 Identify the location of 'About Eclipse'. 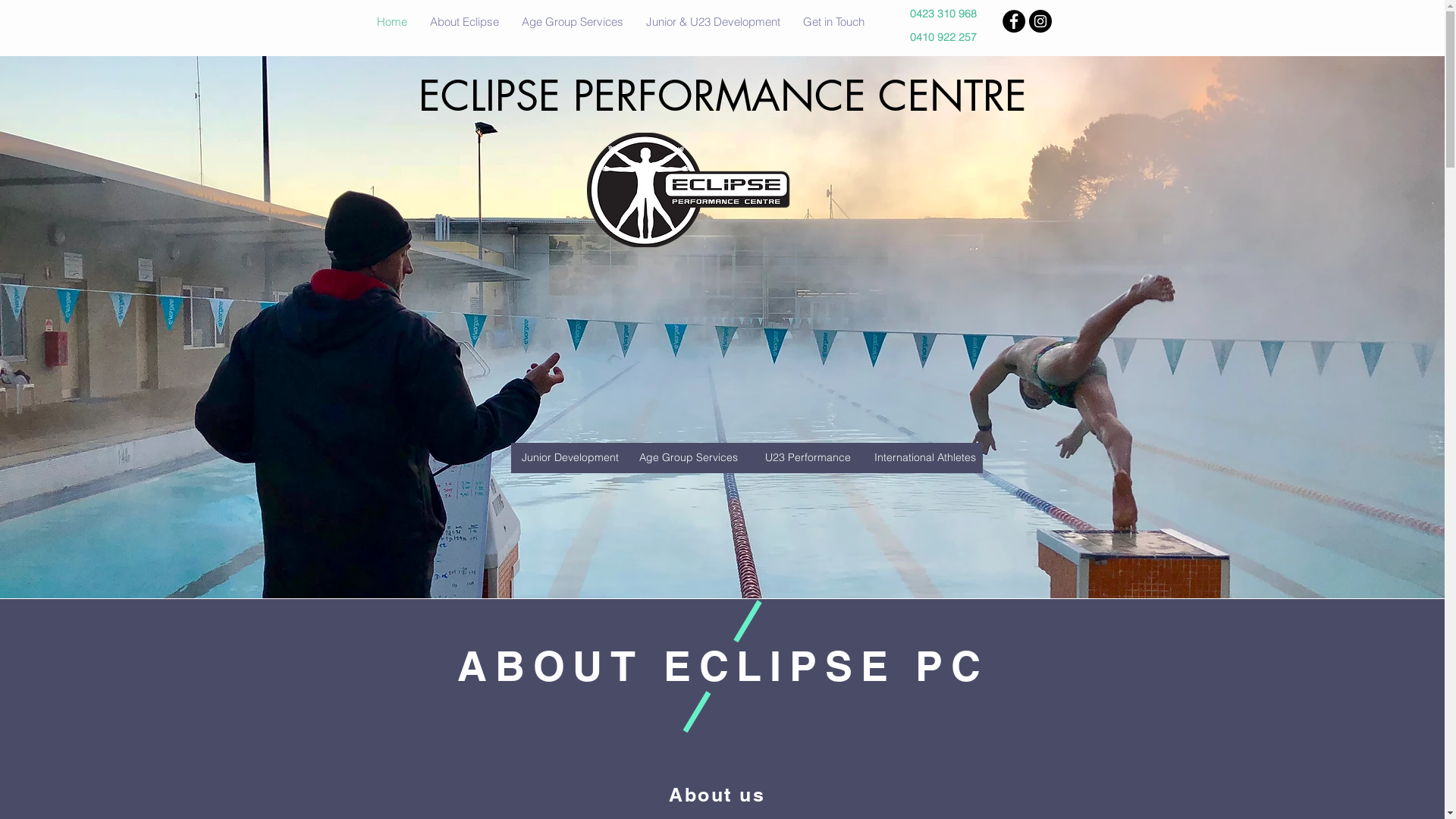
(463, 22).